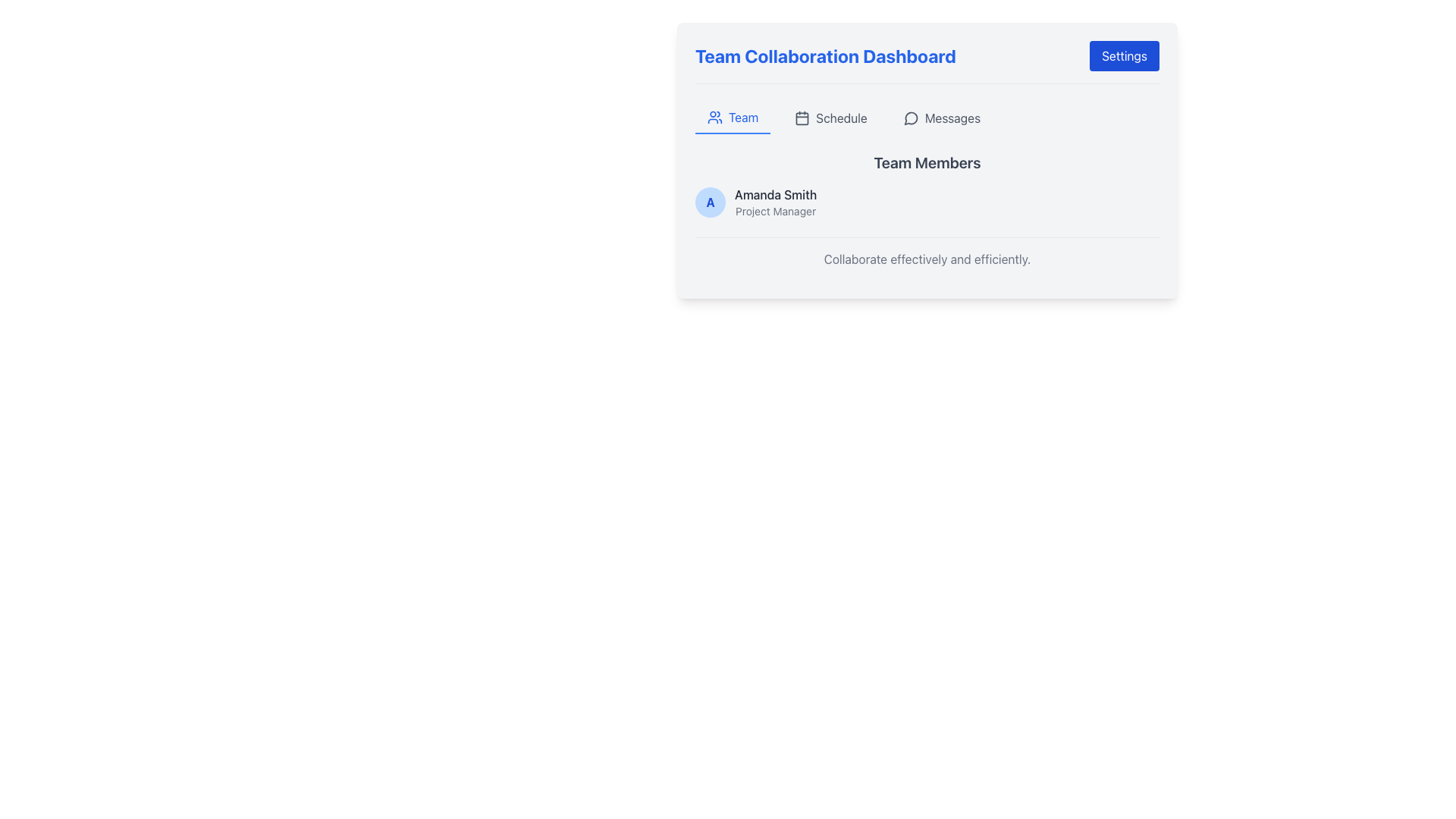  Describe the element at coordinates (840, 117) in the screenshot. I see `the 'Schedule' text label, which is styled in gray sans-serif font and is part of the horizontal navigation bar adjacent to a calendar icon` at that location.